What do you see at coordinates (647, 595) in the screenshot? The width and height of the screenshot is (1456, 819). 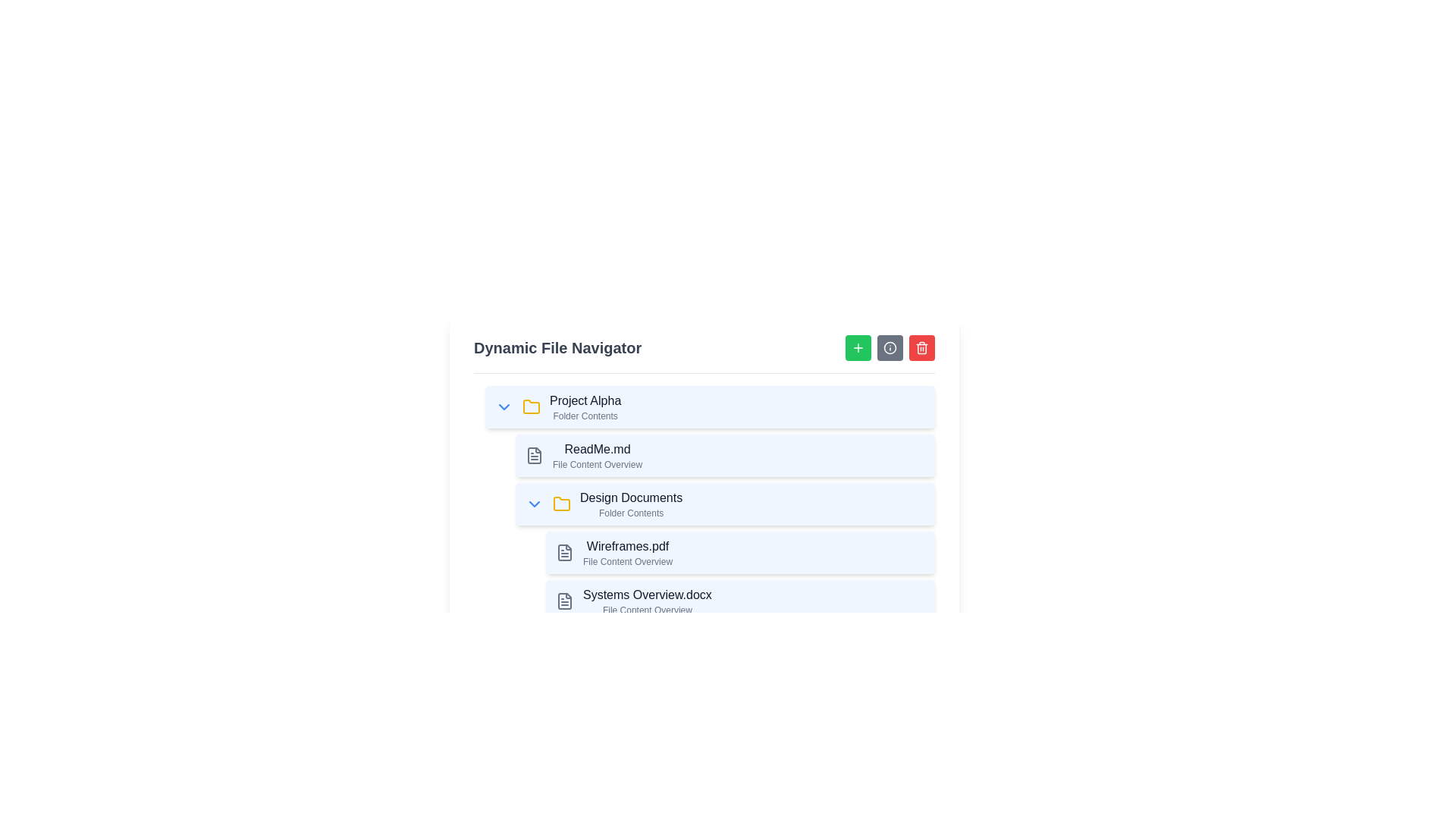 I see `the text label displaying the name of a file in the file navigator, which is positioned below 'Wireframes.pdf' and above 'File Content Overview'` at bounding box center [647, 595].